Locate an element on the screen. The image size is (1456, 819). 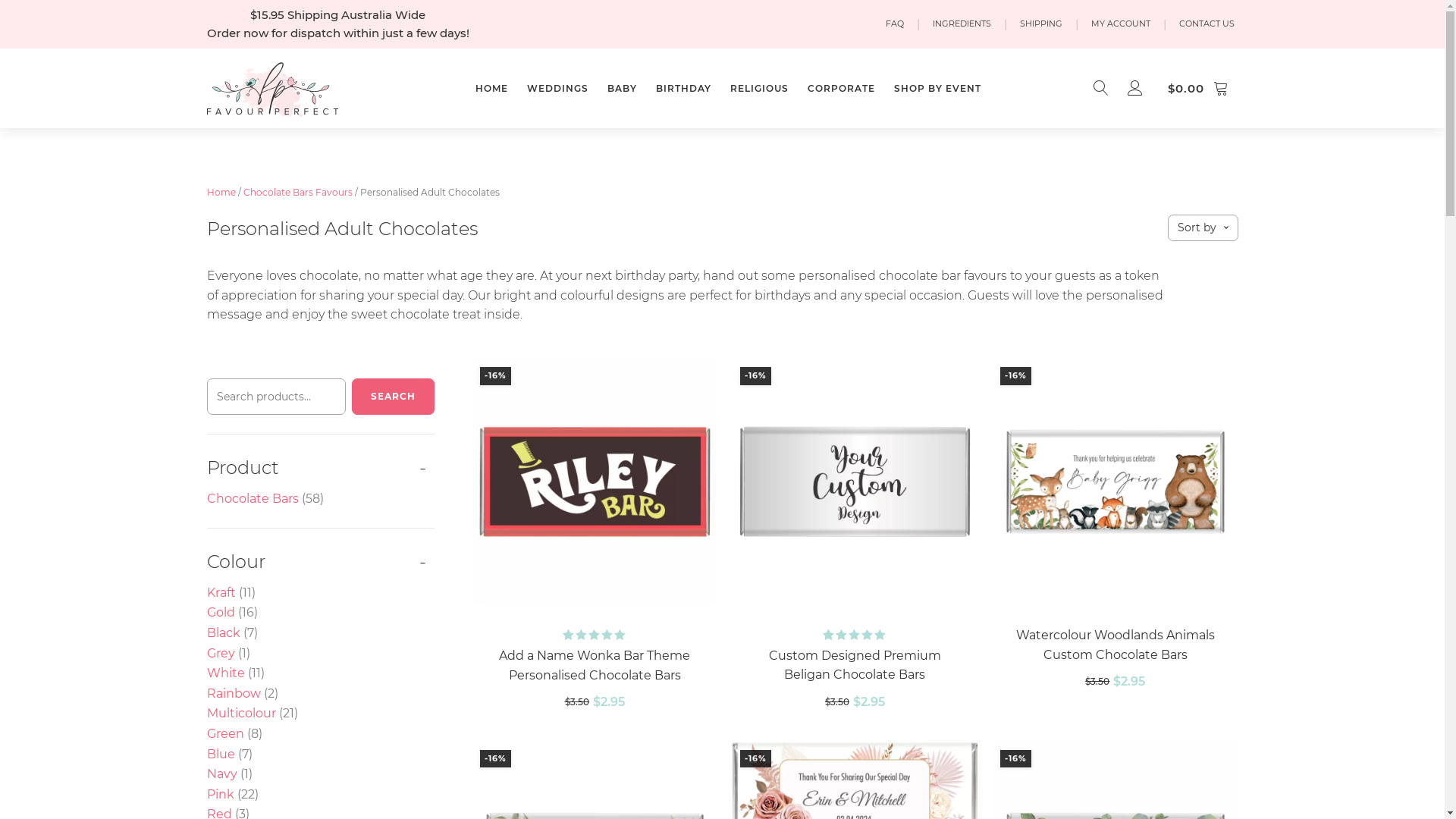
'Blue' is located at coordinates (219, 754).